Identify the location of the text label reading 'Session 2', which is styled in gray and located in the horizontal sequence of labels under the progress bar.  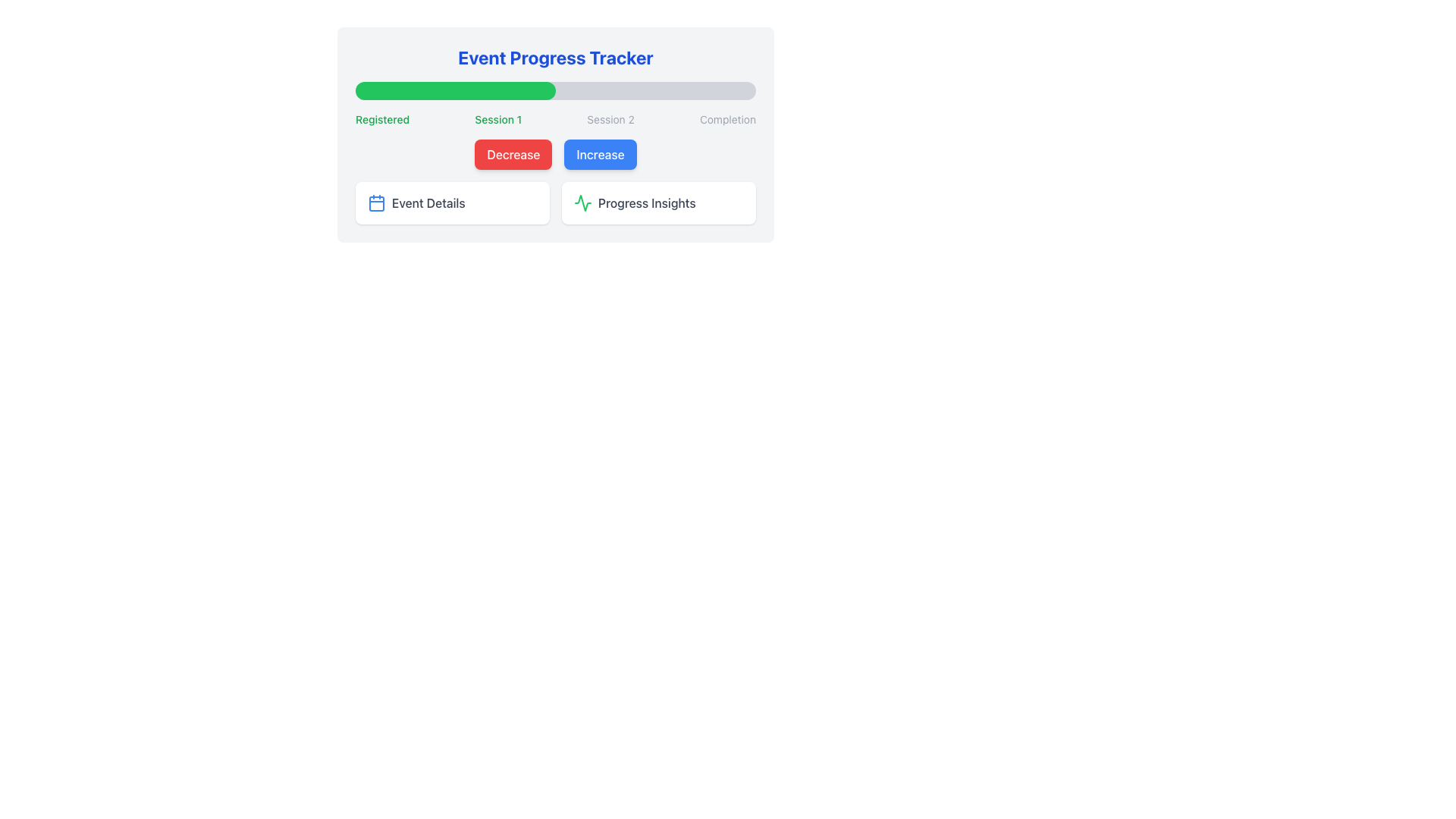
(610, 119).